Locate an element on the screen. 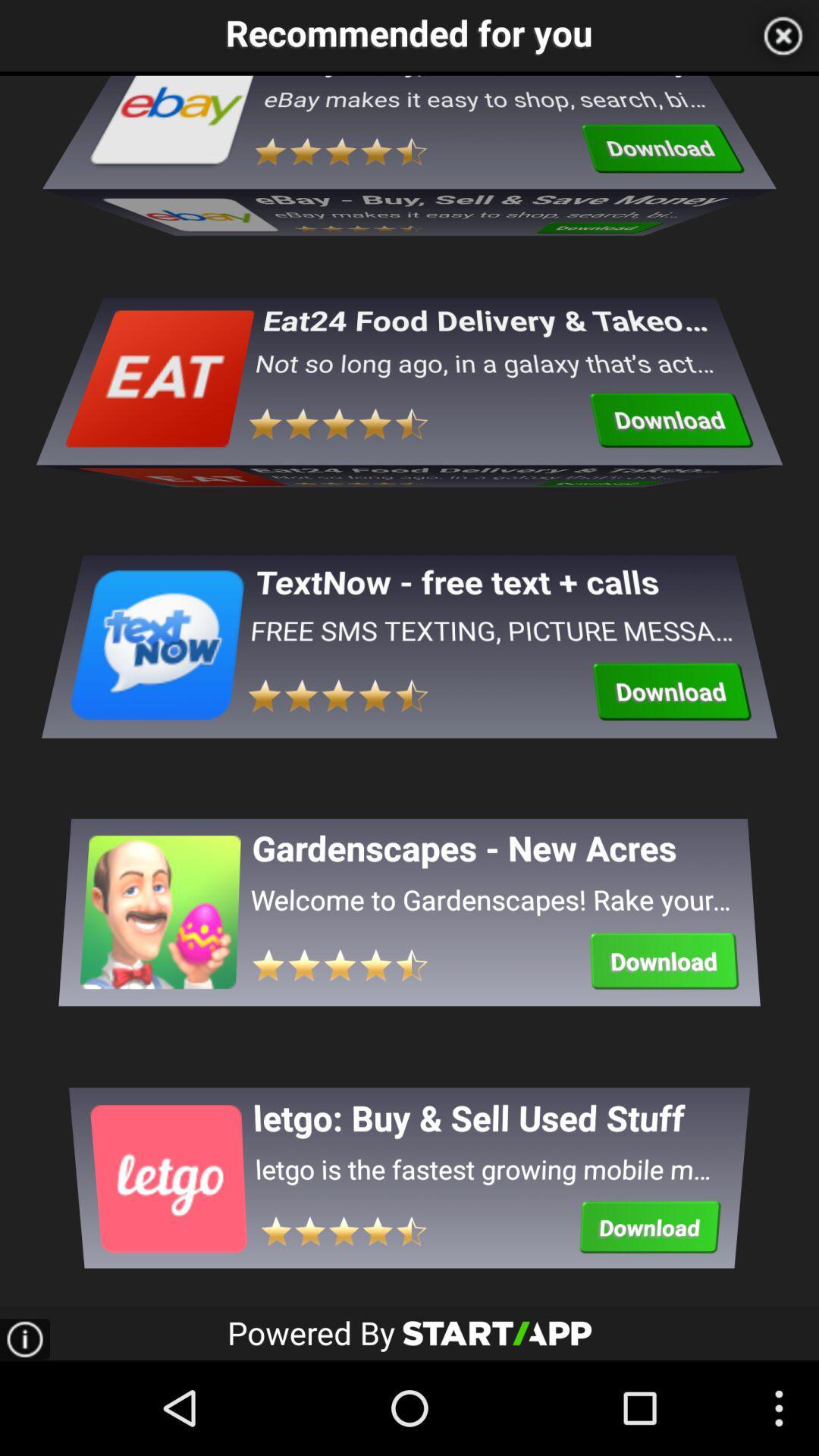 The height and width of the screenshot is (1456, 819). the close icon is located at coordinates (783, 38).